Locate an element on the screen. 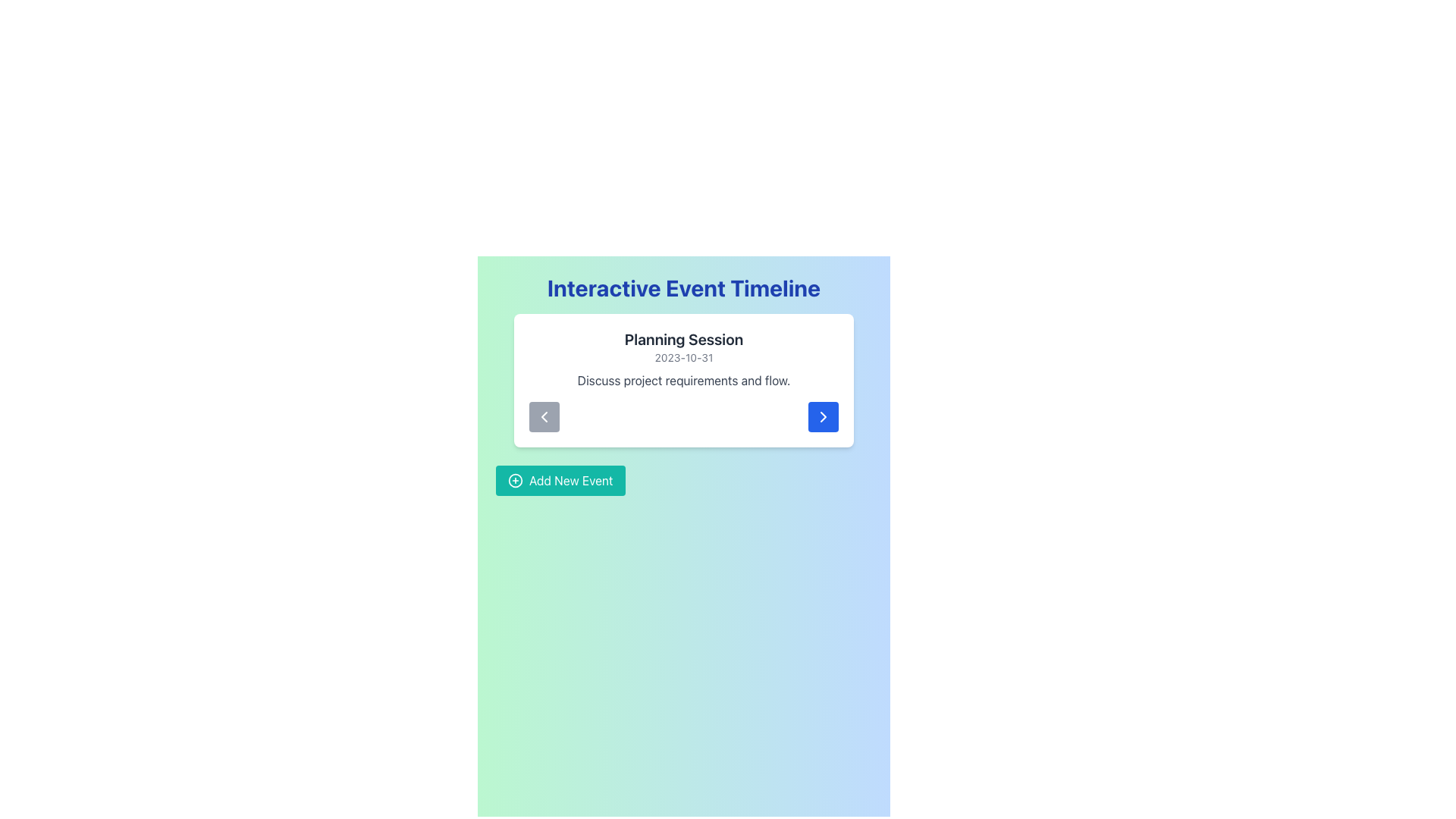  the Text Label that displays the date associated with the planning session, which is centrally aligned below the session title 'Planning Session' is located at coordinates (683, 357).